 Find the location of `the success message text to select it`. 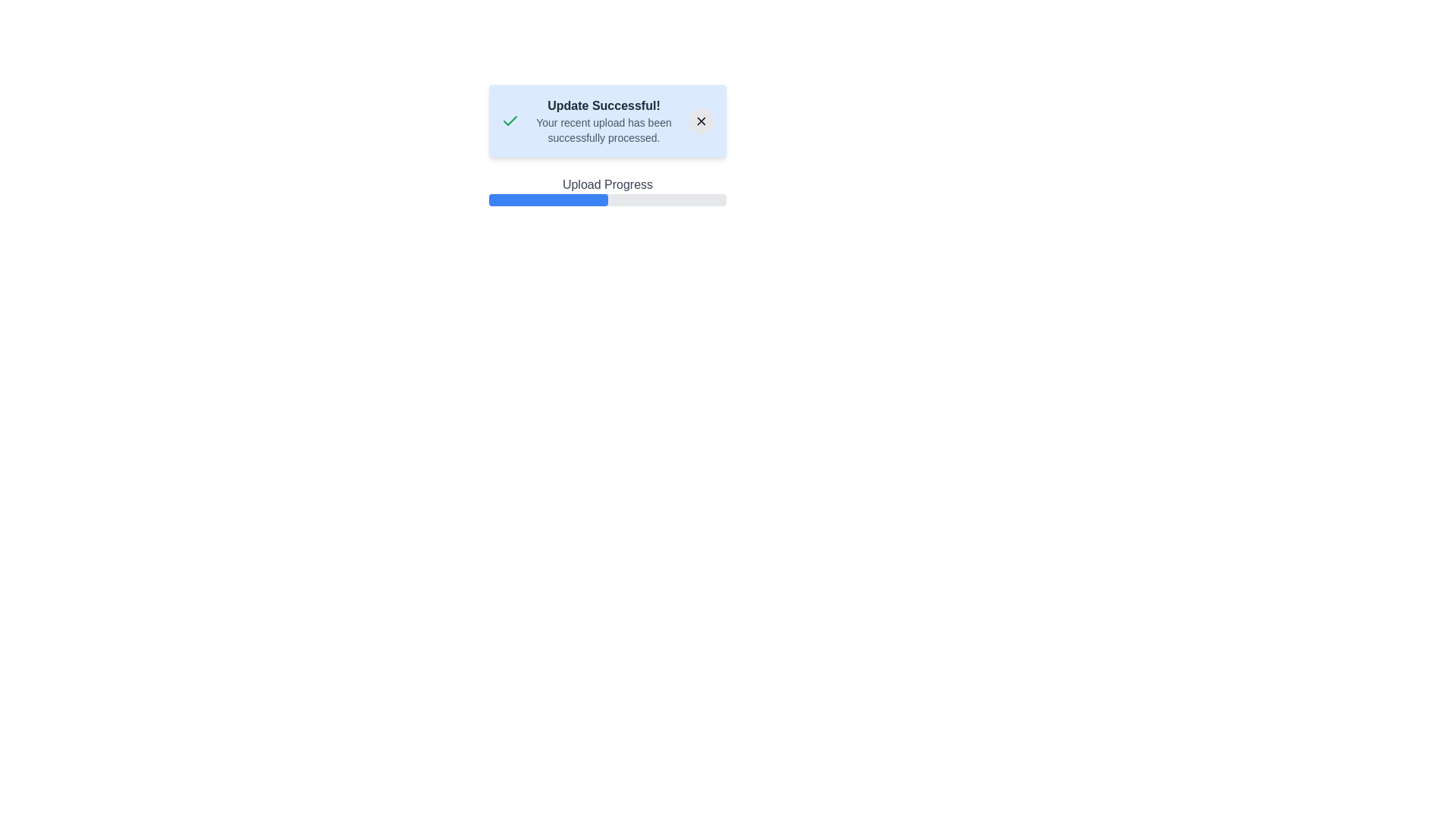

the success message text to select it is located at coordinates (603, 105).